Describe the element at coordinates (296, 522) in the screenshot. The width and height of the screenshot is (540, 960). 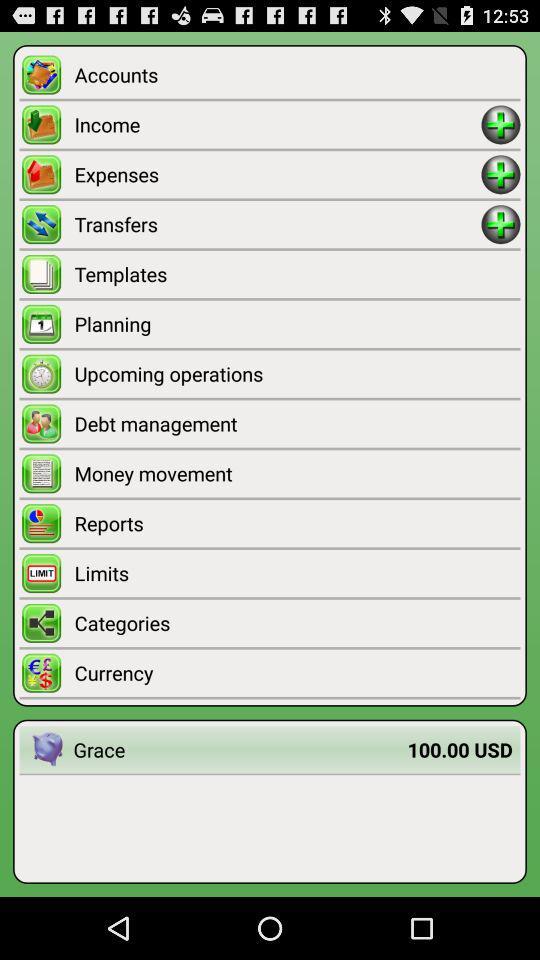
I see `the reports item` at that location.